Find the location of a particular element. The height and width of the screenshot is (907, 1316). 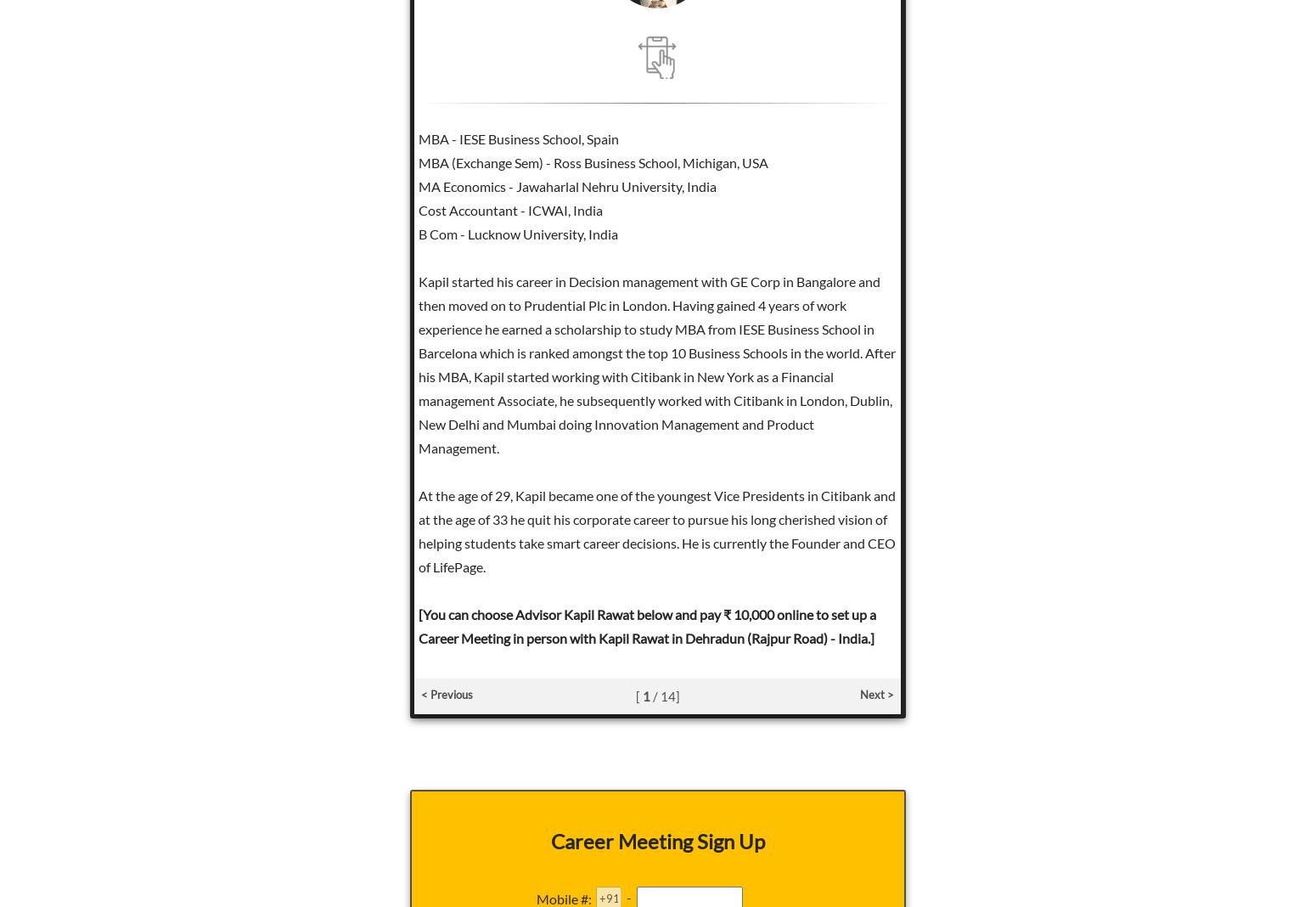

'BA & B Ed Utkal University' is located at coordinates (981, 138).